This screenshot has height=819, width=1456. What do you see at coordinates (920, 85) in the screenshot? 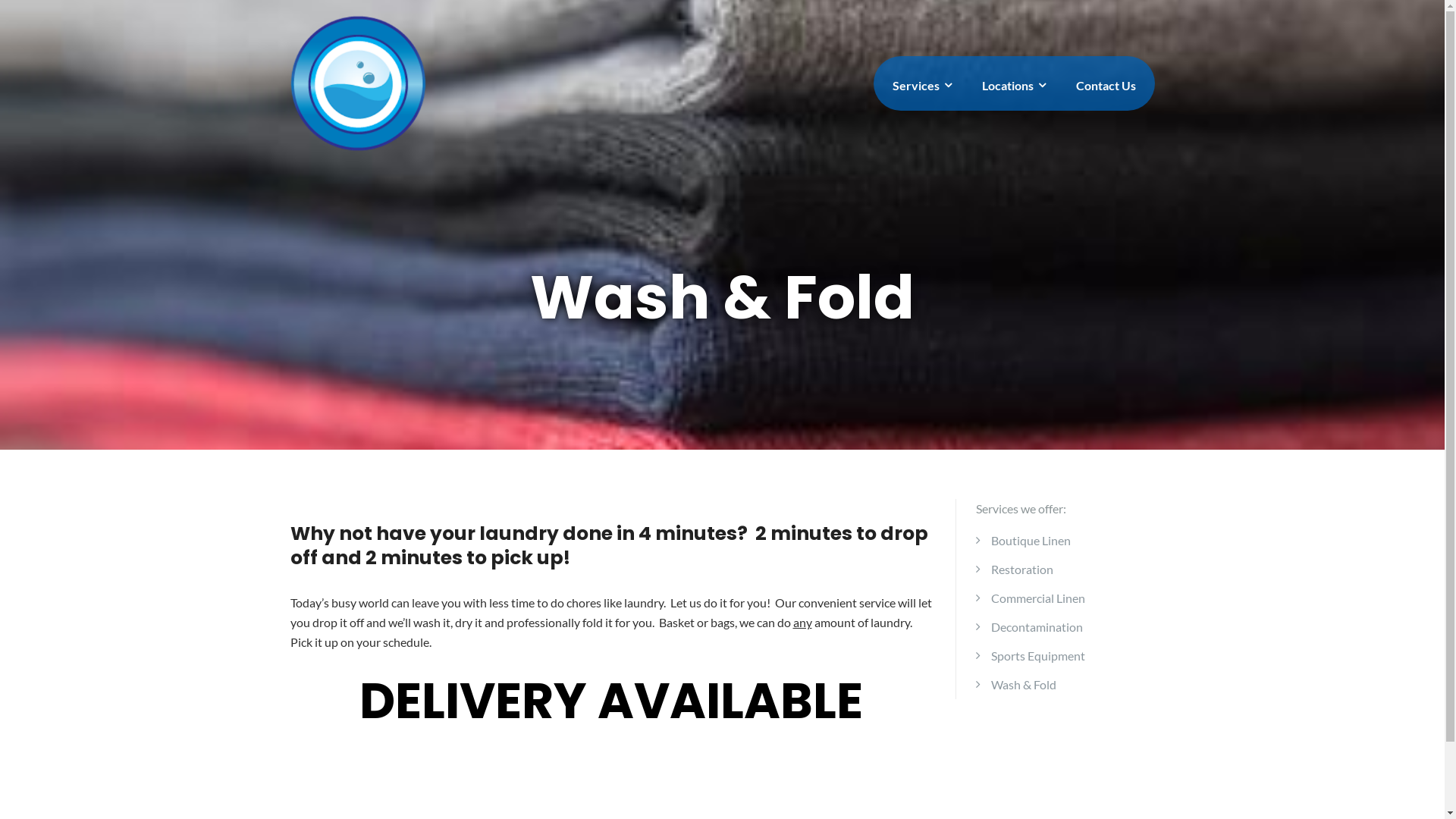
I see `'Services'` at bounding box center [920, 85].